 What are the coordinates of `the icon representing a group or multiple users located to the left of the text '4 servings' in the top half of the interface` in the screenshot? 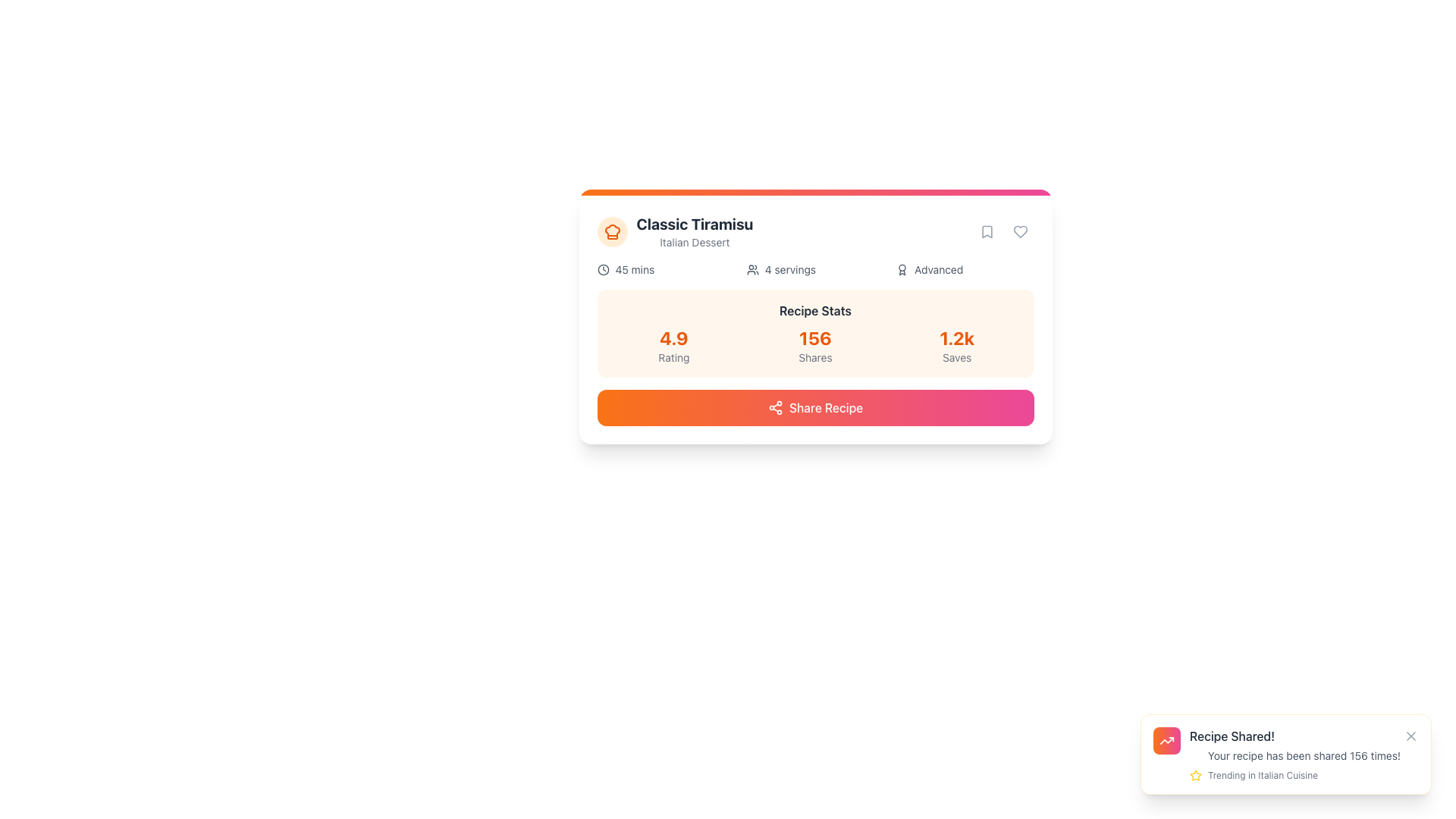 It's located at (752, 268).